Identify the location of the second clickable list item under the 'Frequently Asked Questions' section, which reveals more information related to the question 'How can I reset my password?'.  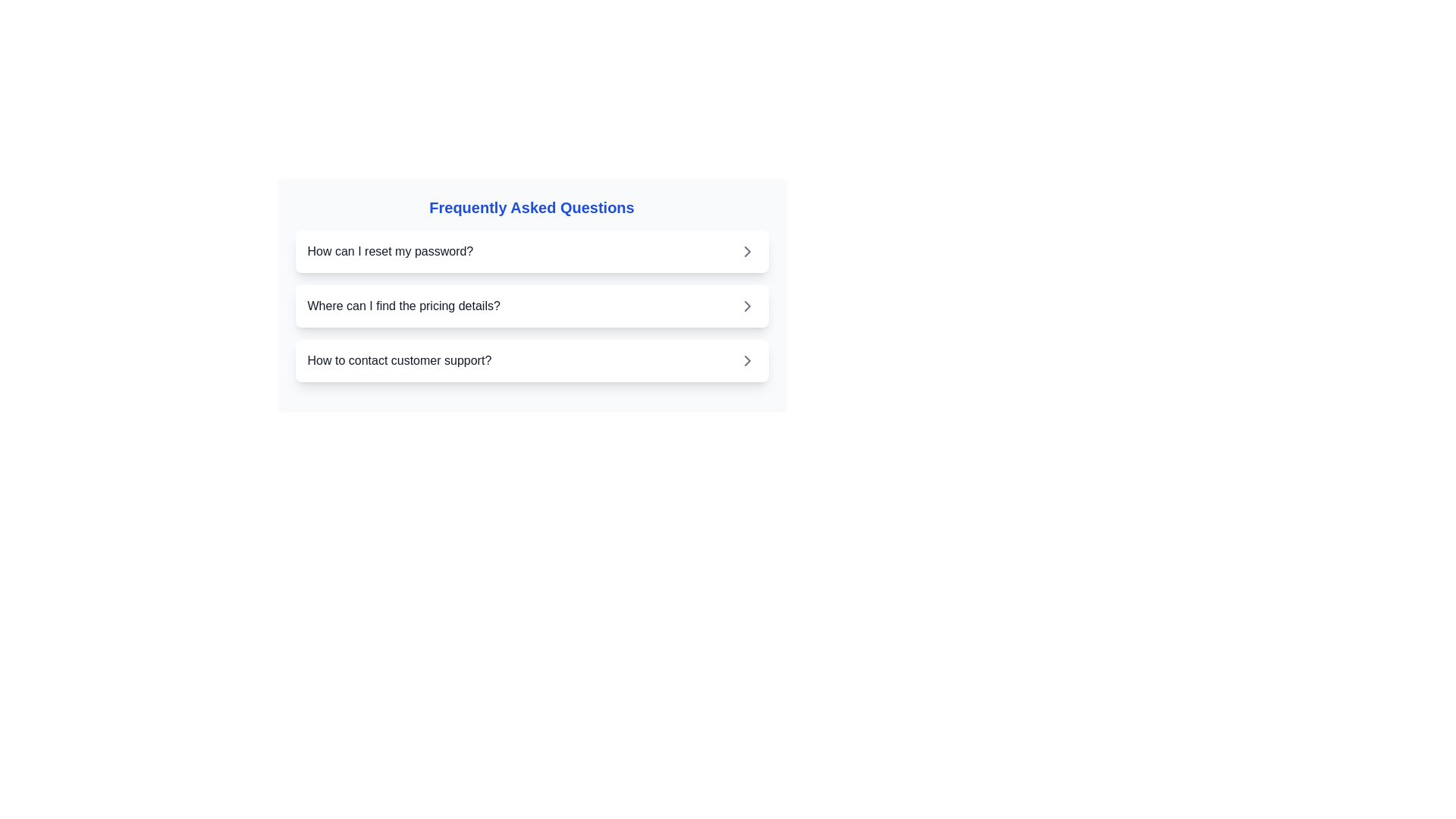
(532, 306).